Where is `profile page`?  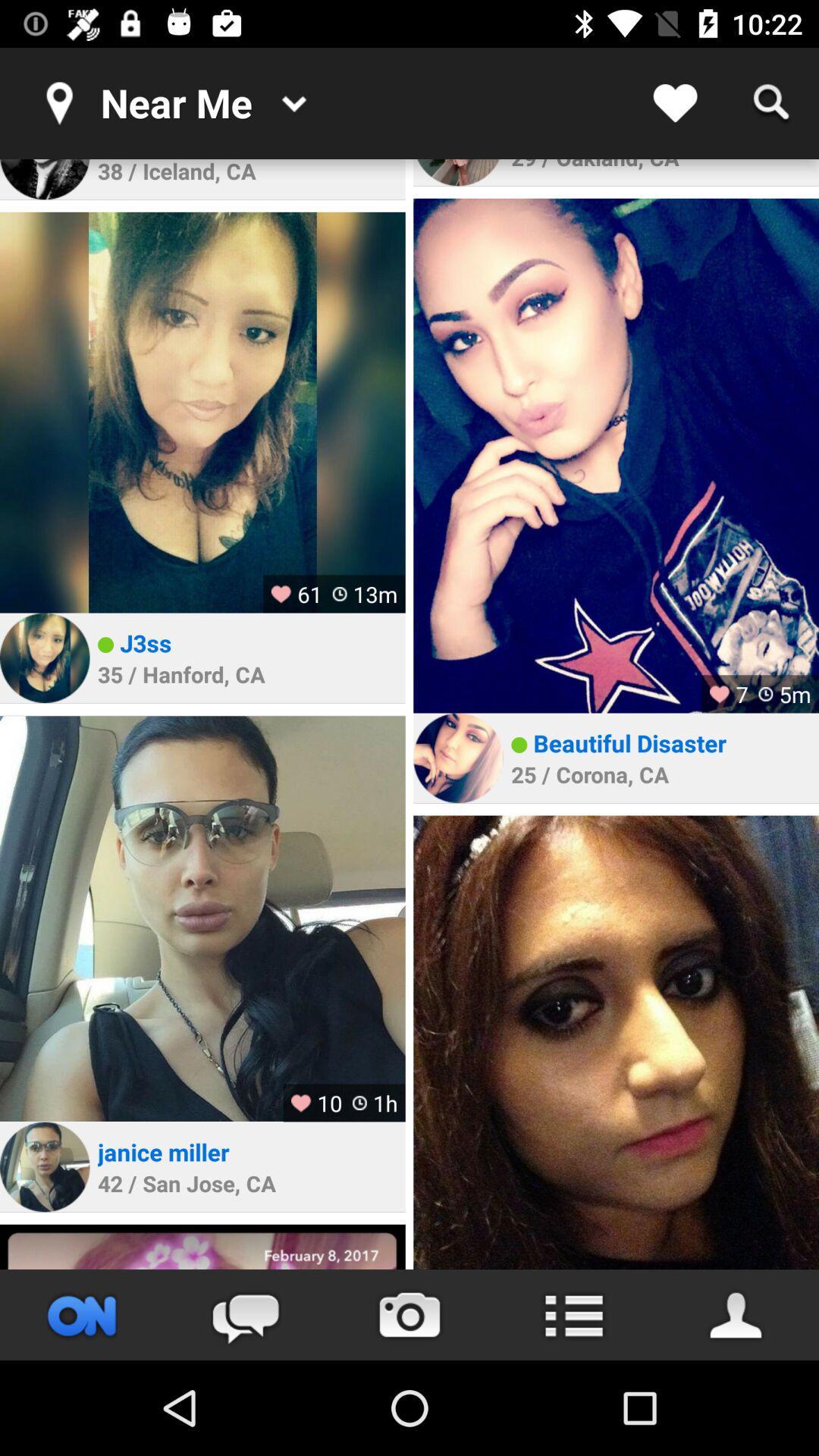 profile page is located at coordinates (736, 1314).